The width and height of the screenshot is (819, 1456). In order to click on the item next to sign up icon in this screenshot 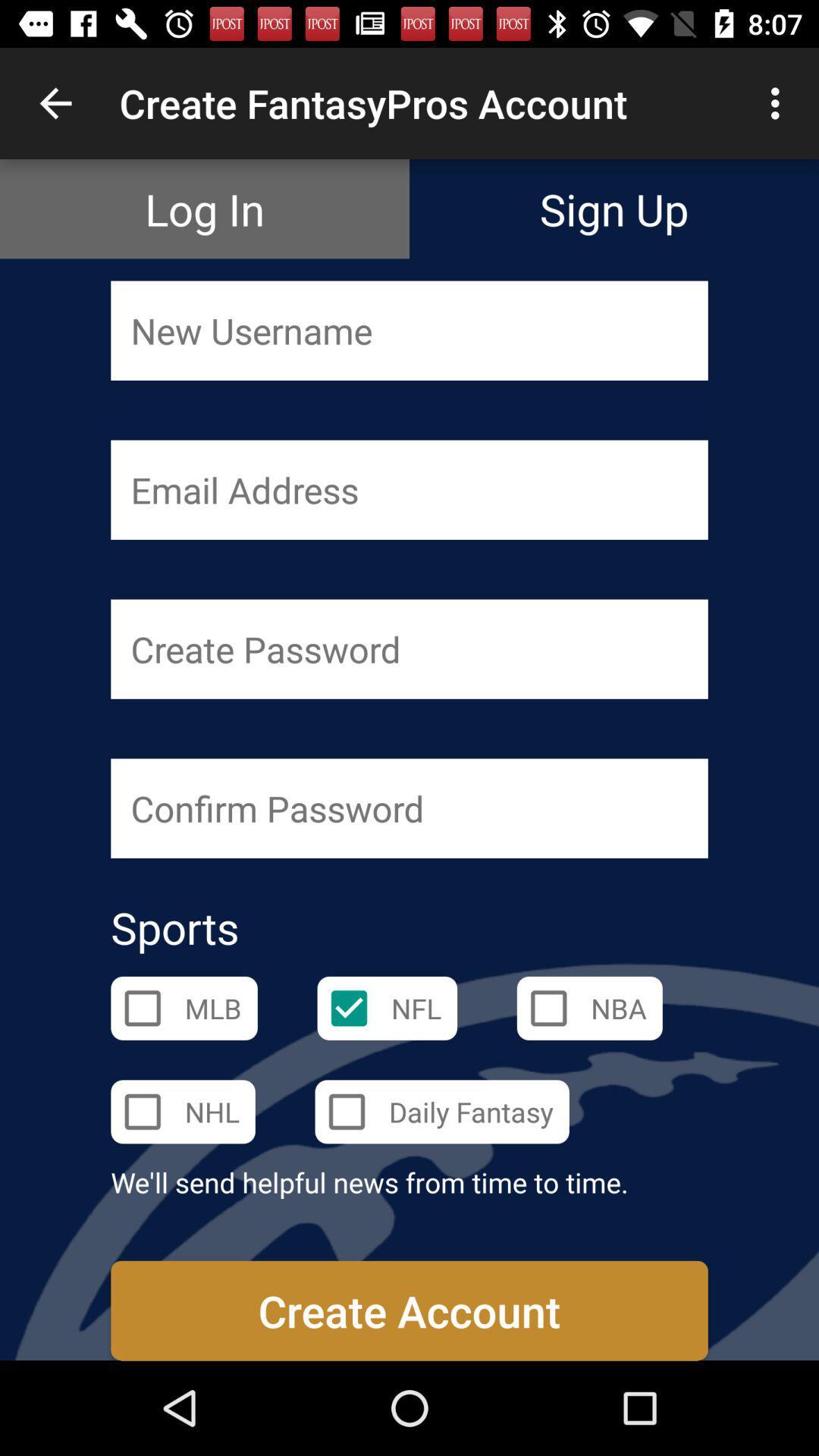, I will do `click(205, 208)`.